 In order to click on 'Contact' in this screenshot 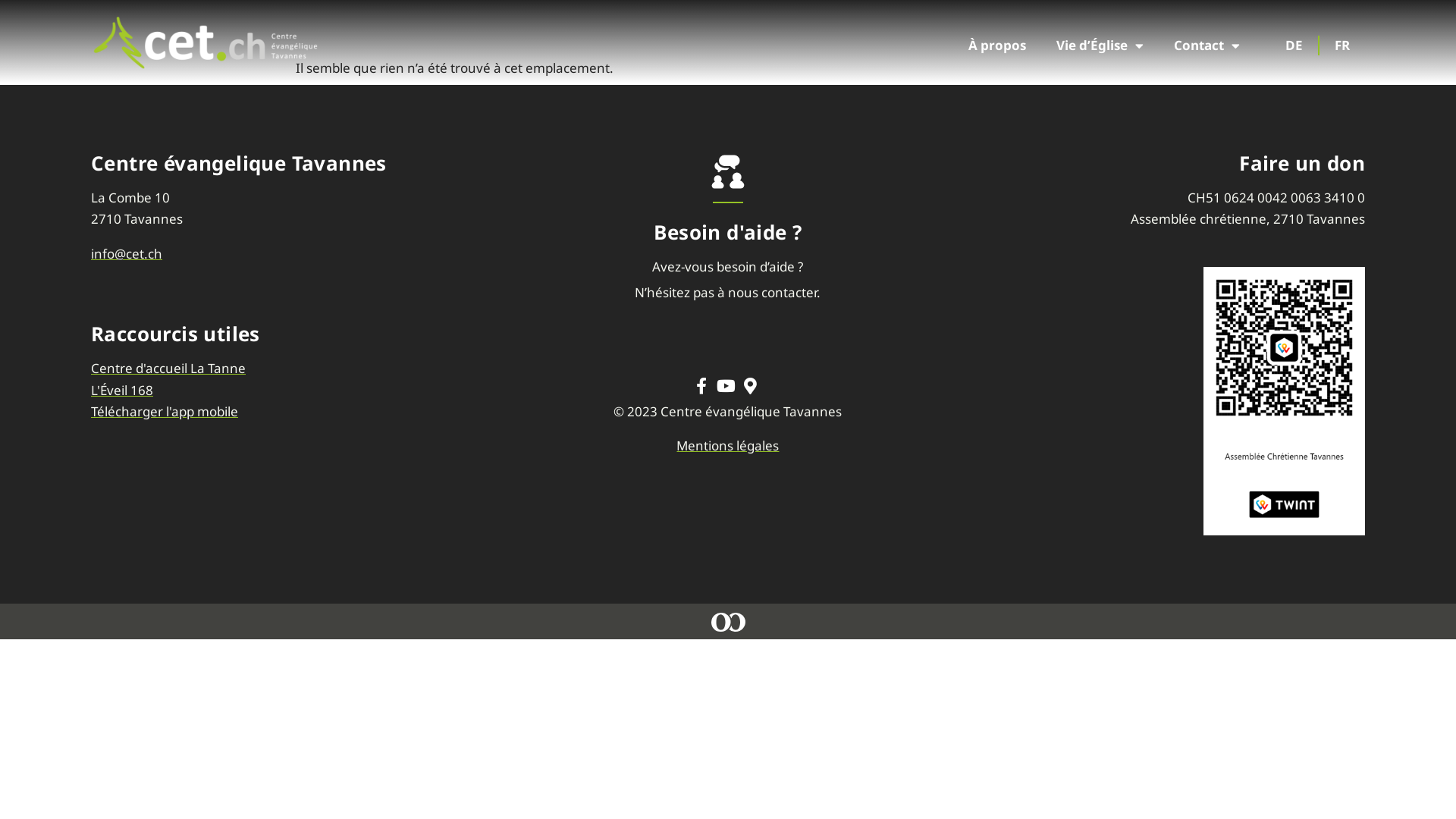, I will do `click(1206, 45)`.